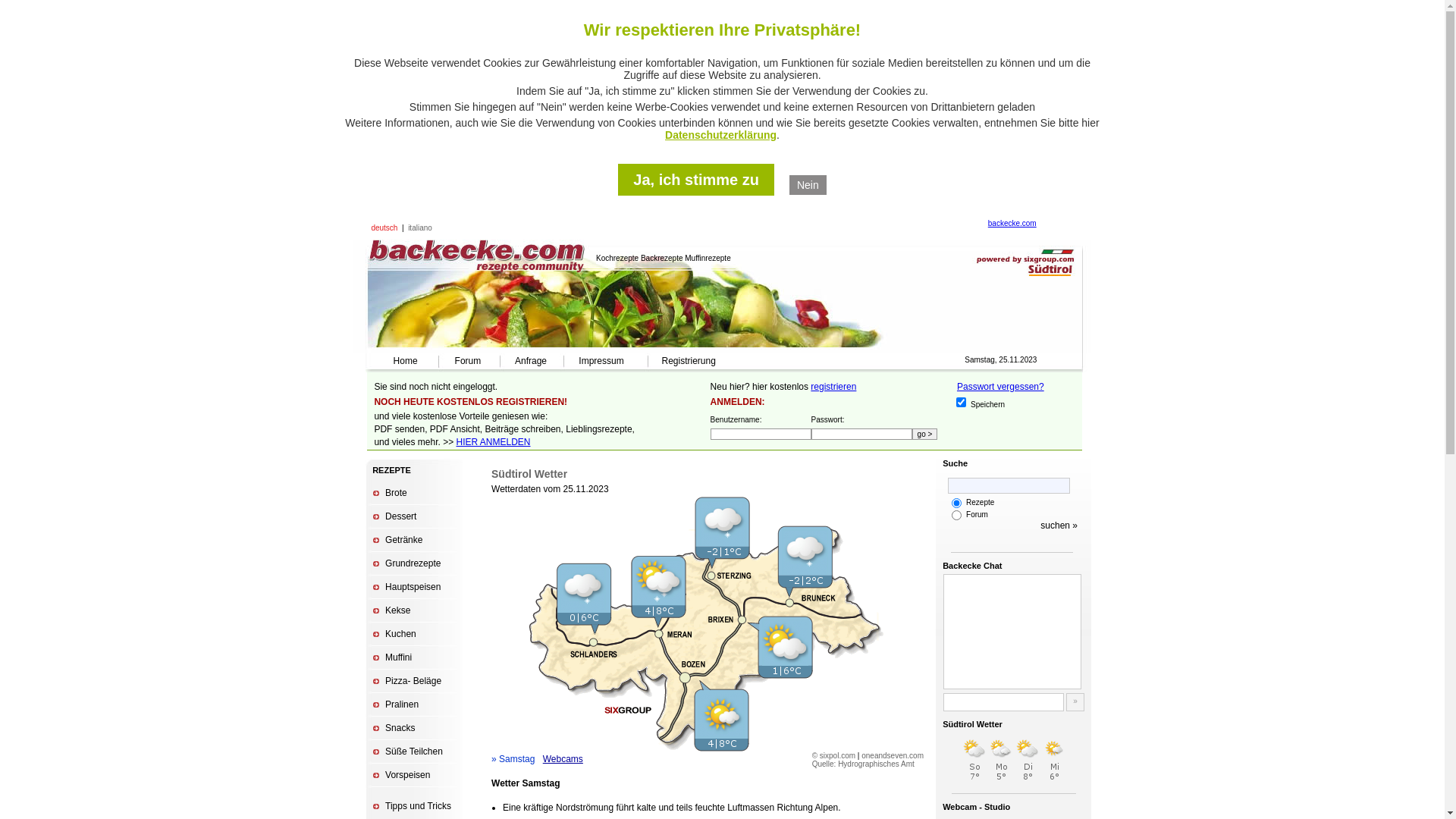  Describe the element at coordinates (401, 704) in the screenshot. I see `'Pralinen'` at that location.